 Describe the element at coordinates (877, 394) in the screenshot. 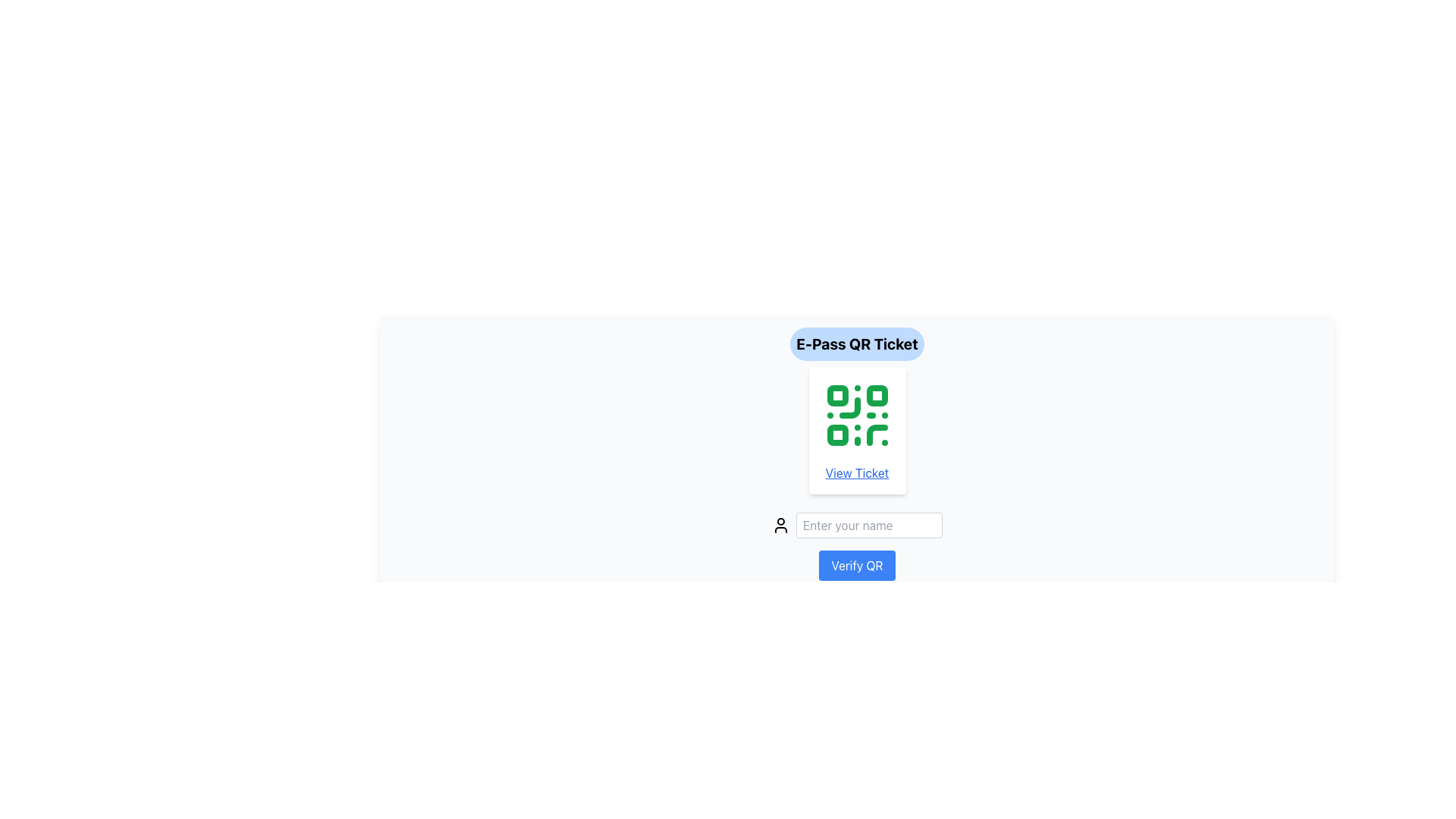

I see `the decorative segment of the QR code design located under the 'E-Pass QR Ticket' label in the top-right area of the main interface` at that location.